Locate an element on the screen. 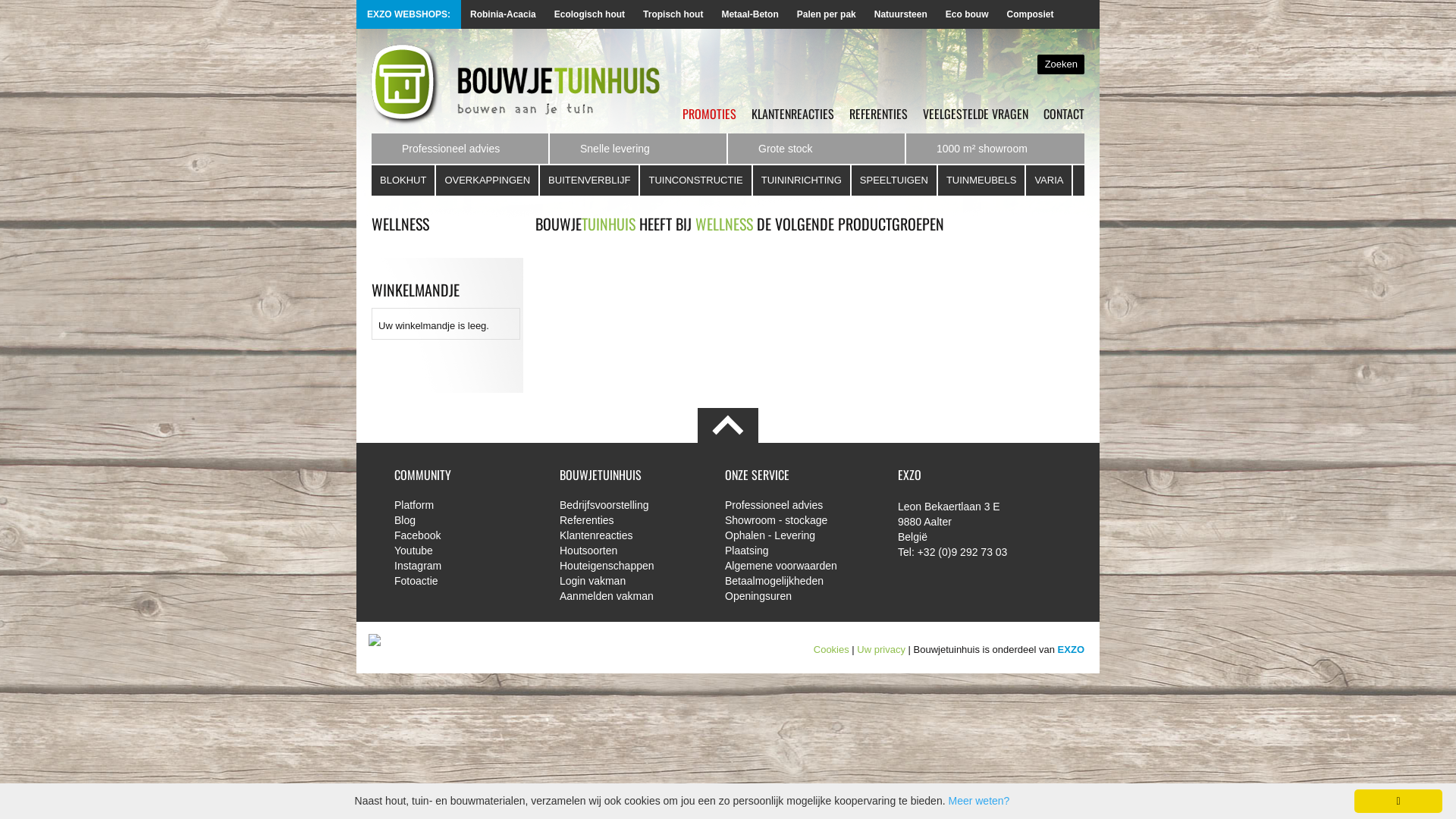 Image resolution: width=1456 pixels, height=819 pixels. 'Betaalmogelijkheden' is located at coordinates (795, 580).